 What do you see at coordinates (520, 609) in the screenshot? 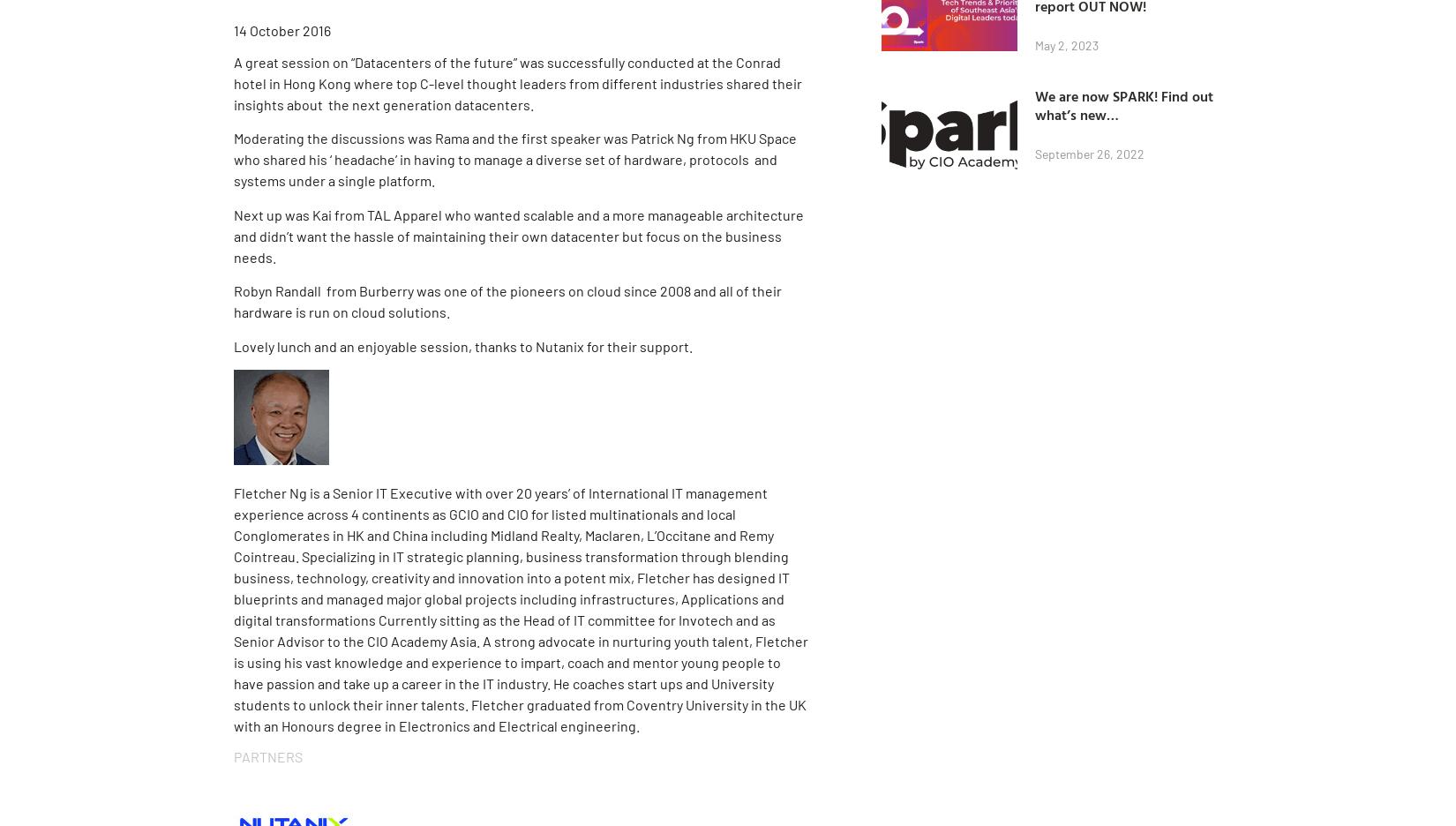
I see `'Fletcher Ng is a Senior IT Executive with over 20 years’ of International IT management experience across 4 continents as GCIO and CIO for listed multinationals and local Conglomerates in HK and China including Midland Realty, Maclaren, L’Occitane and Remy Cointreau. Specializing in IT strategic planning, business transformation through blending business, technology, creativity and innovation into a potent mix, Fletcher has designed IT blueprints and managed major global projects including infrastructures, Applications and digital transformations Currently sitting as the Head of IT committee for Invotech and as Senior Advisor to the CIO Academy Asia. A strong advocate in nurturing youth talent, Fletcher is using his vast knowledge and experience to impart, coach and mentor young people to have passion and take up a career in the IT industry. He coaches start ups and University students to unlock their inner talents. Fletcher graduated from Coventry University in the UK with an Honours degree in Electronics and Electrical engineering.'` at bounding box center [520, 609].